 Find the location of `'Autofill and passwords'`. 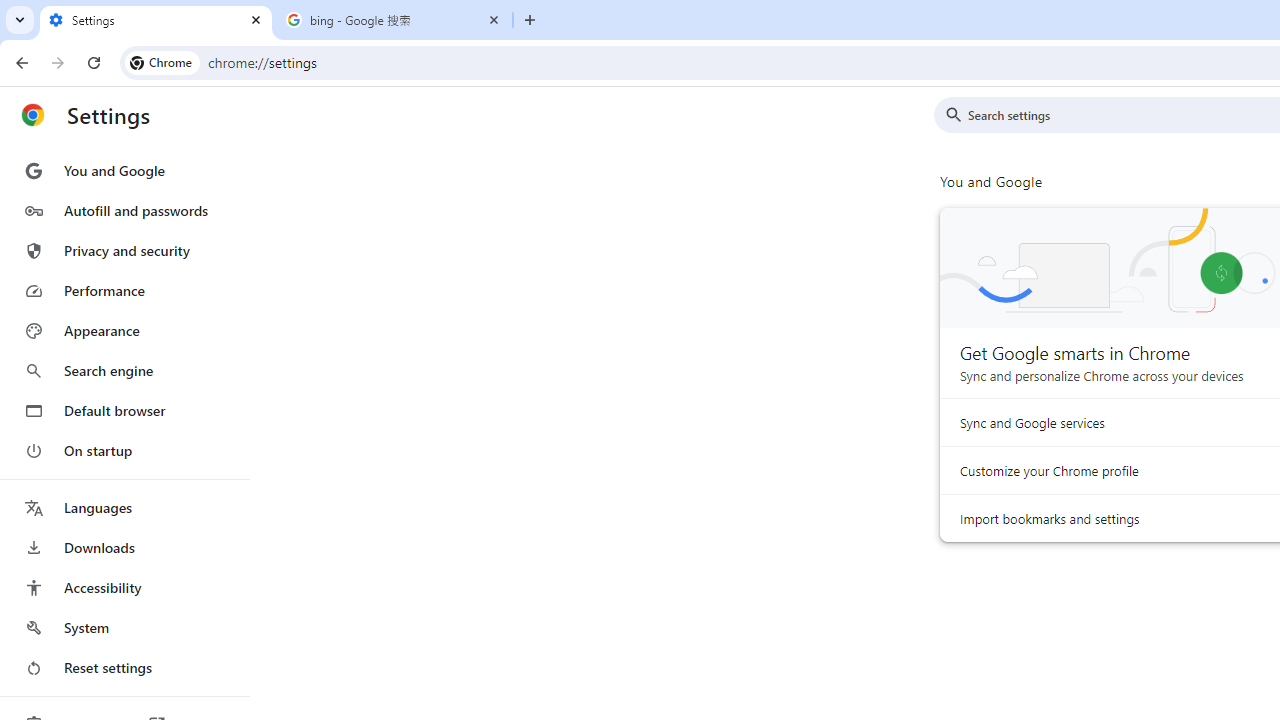

'Autofill and passwords' is located at coordinates (123, 210).